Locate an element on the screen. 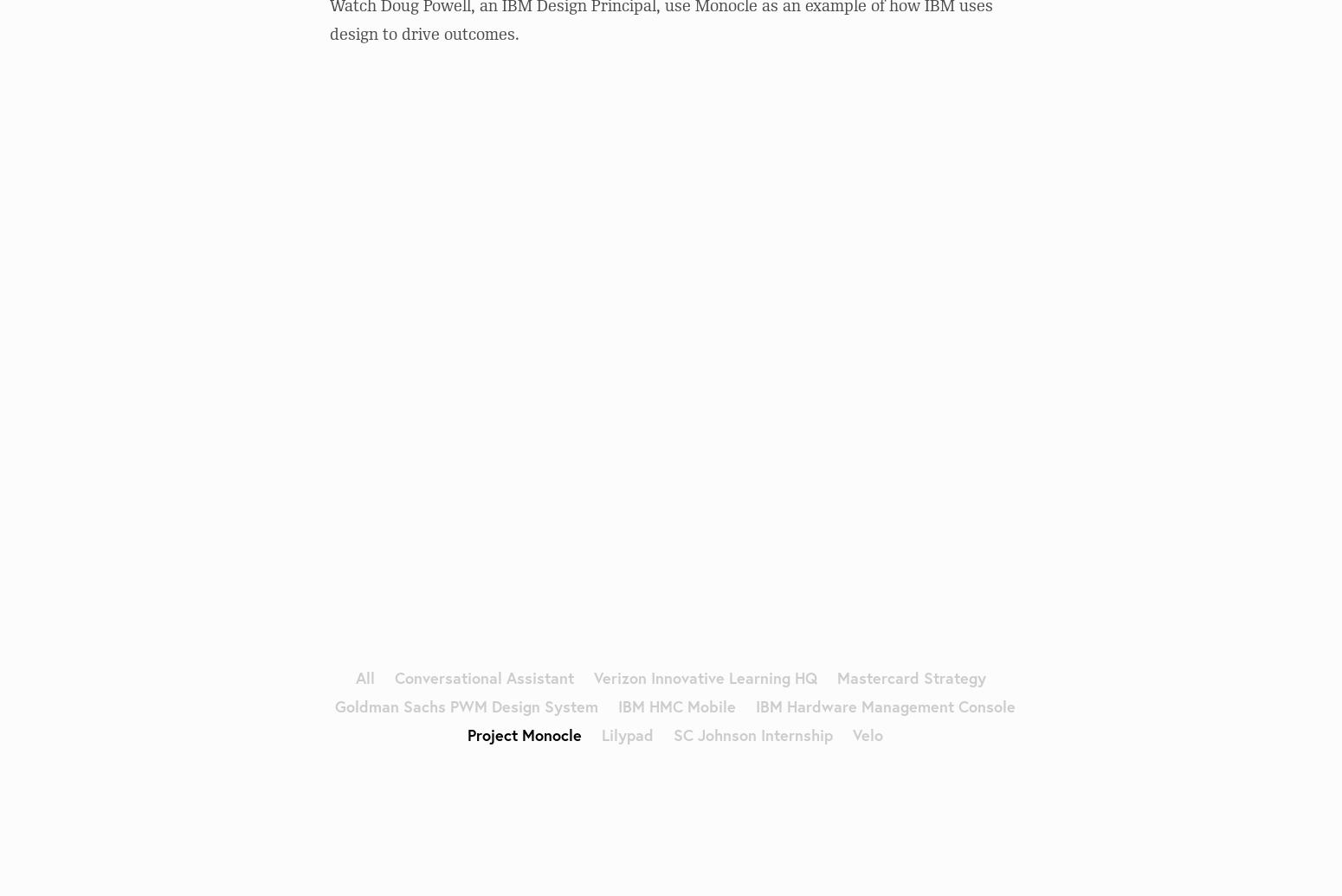 This screenshot has width=1342, height=896. 'Velo' is located at coordinates (866, 732).